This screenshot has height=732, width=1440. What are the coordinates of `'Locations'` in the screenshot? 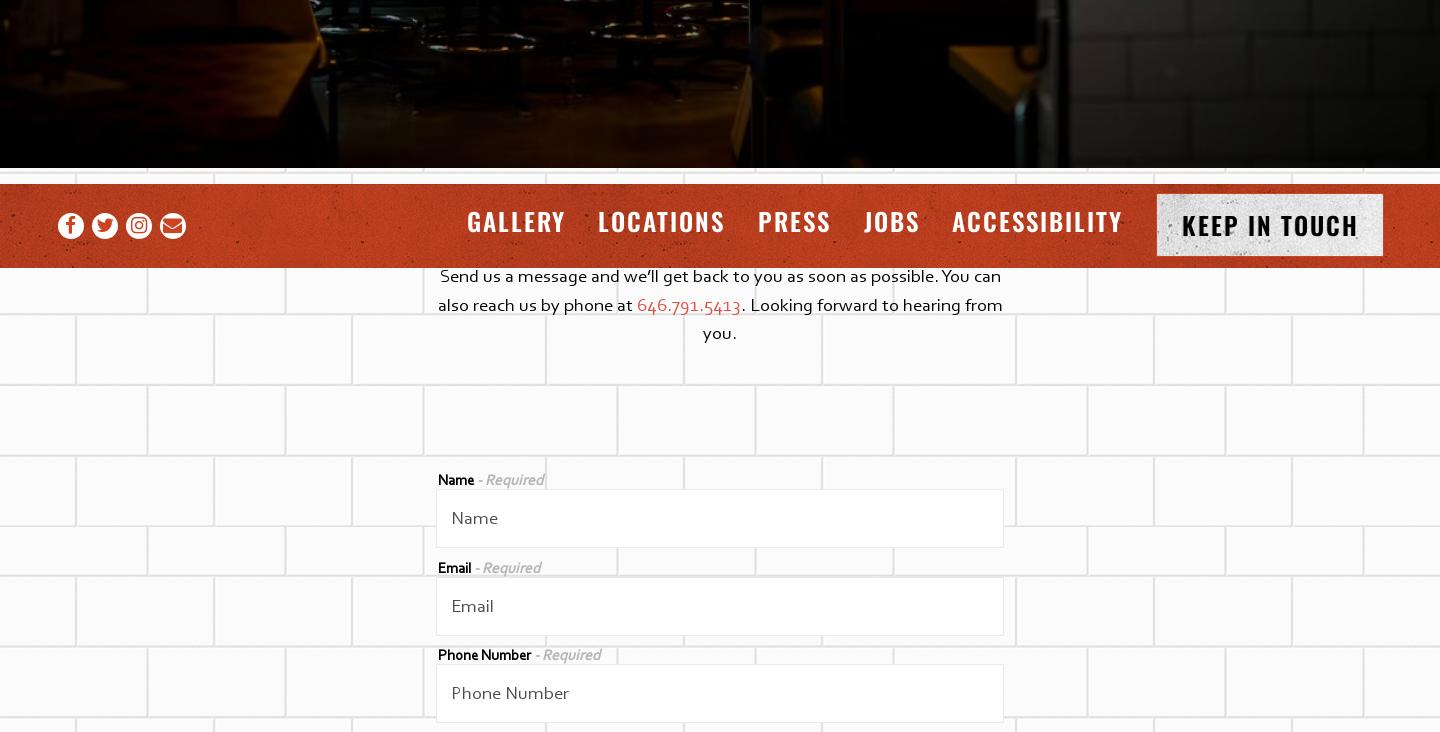 It's located at (661, 219).